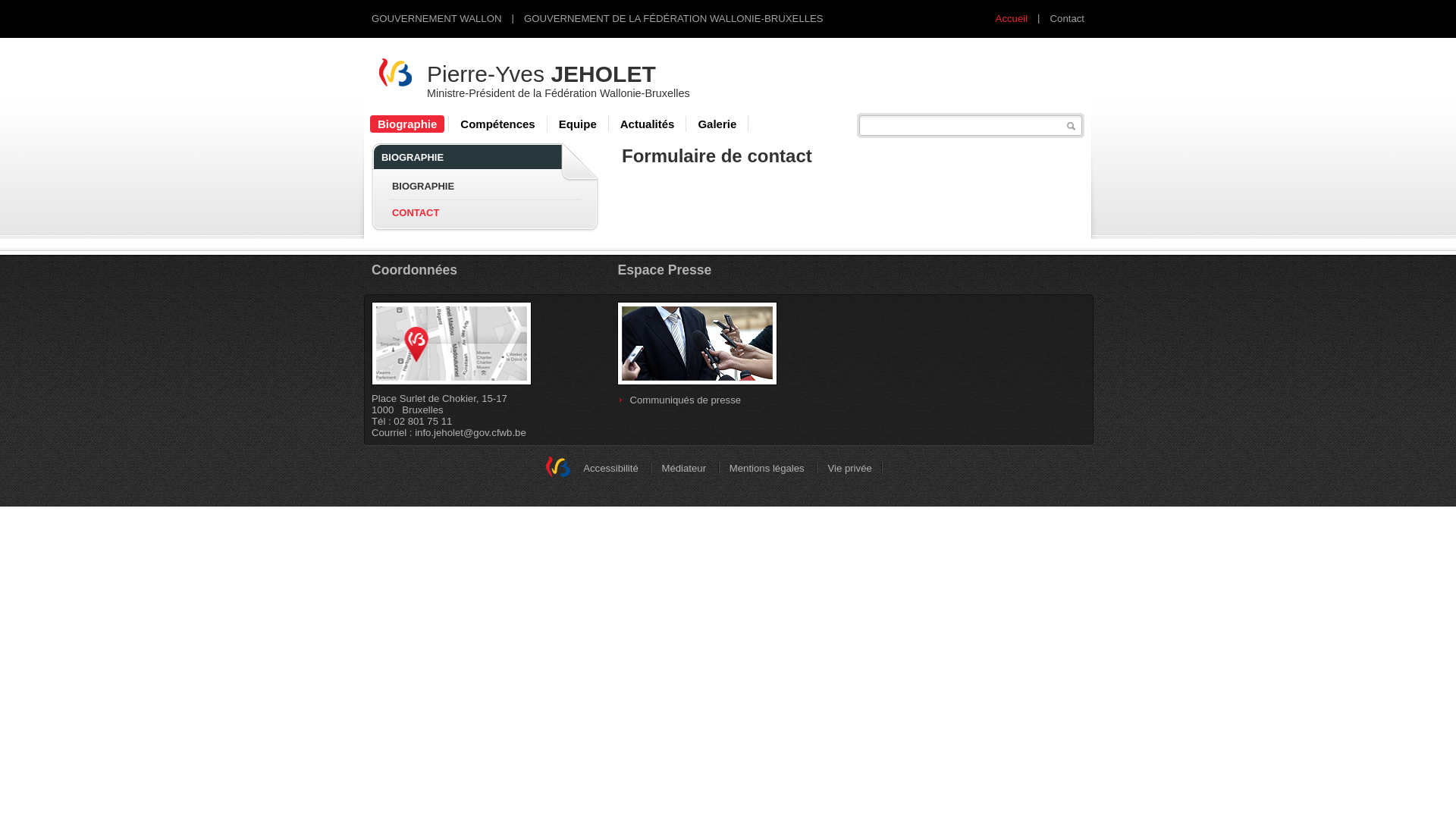 The height and width of the screenshot is (819, 1456). I want to click on 'Biographie', so click(407, 123).